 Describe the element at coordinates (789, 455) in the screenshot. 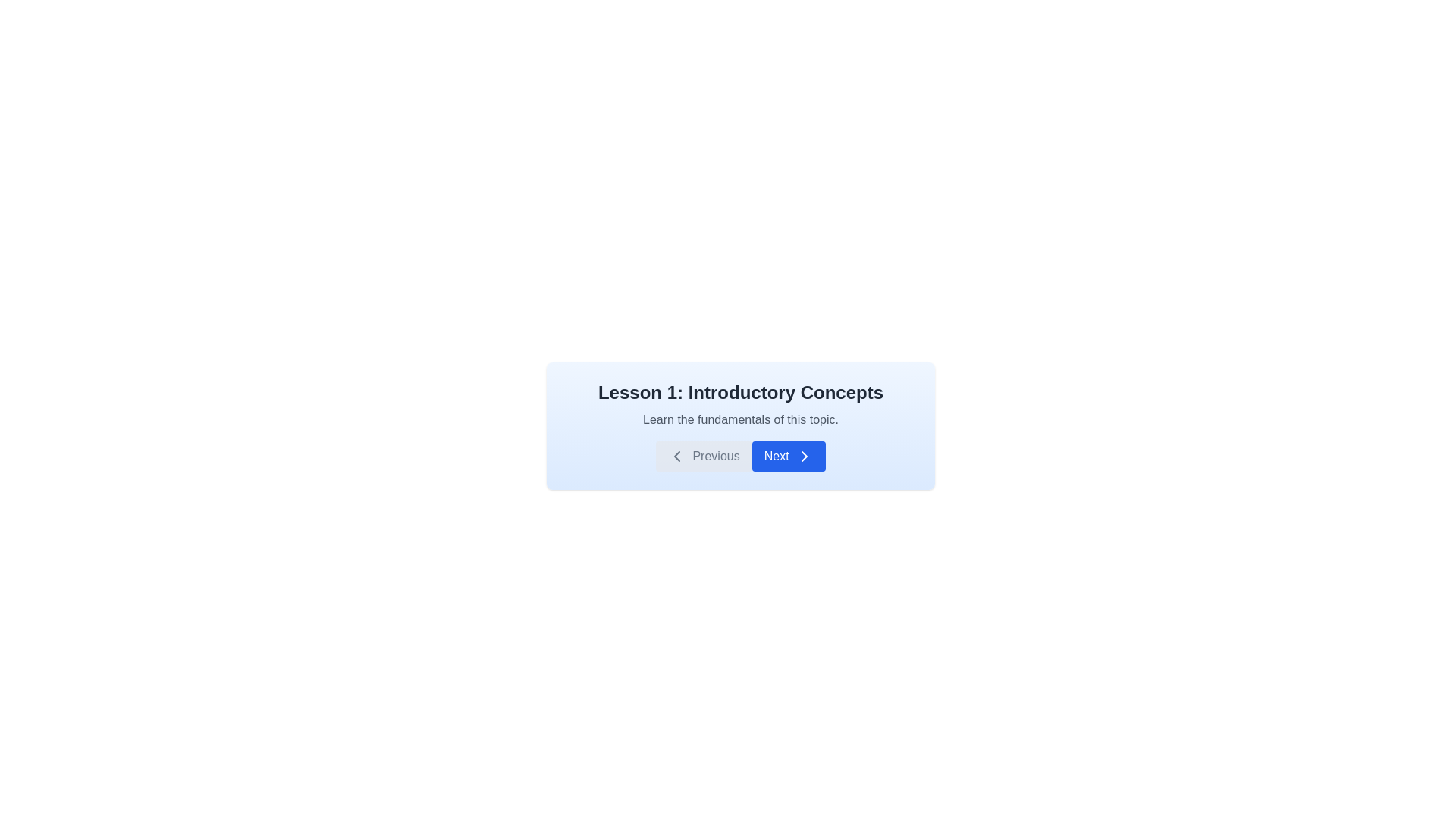

I see `the 'Next' button to navigate to the next lesson` at that location.